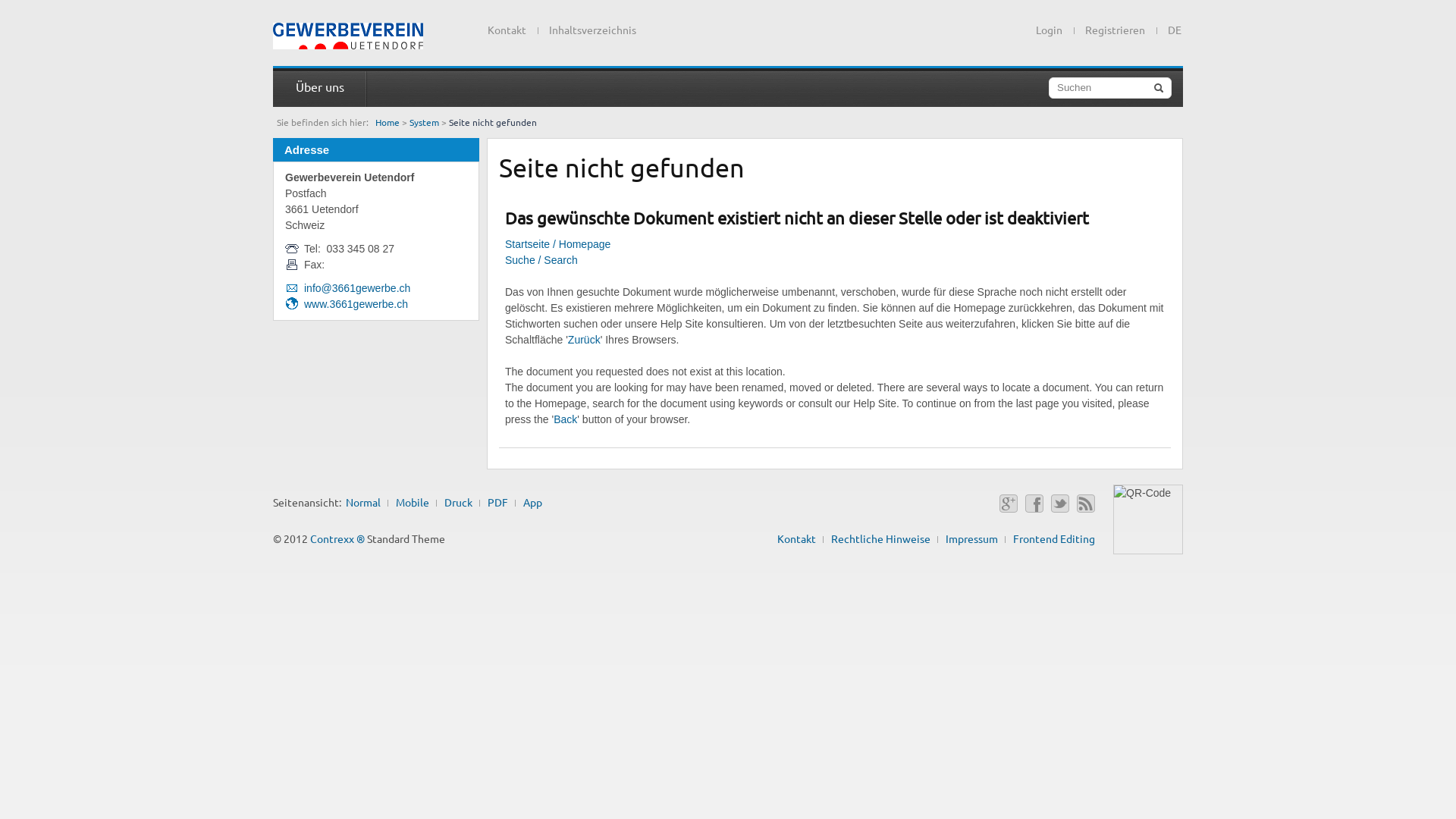  What do you see at coordinates (564, 419) in the screenshot?
I see `'Back'` at bounding box center [564, 419].